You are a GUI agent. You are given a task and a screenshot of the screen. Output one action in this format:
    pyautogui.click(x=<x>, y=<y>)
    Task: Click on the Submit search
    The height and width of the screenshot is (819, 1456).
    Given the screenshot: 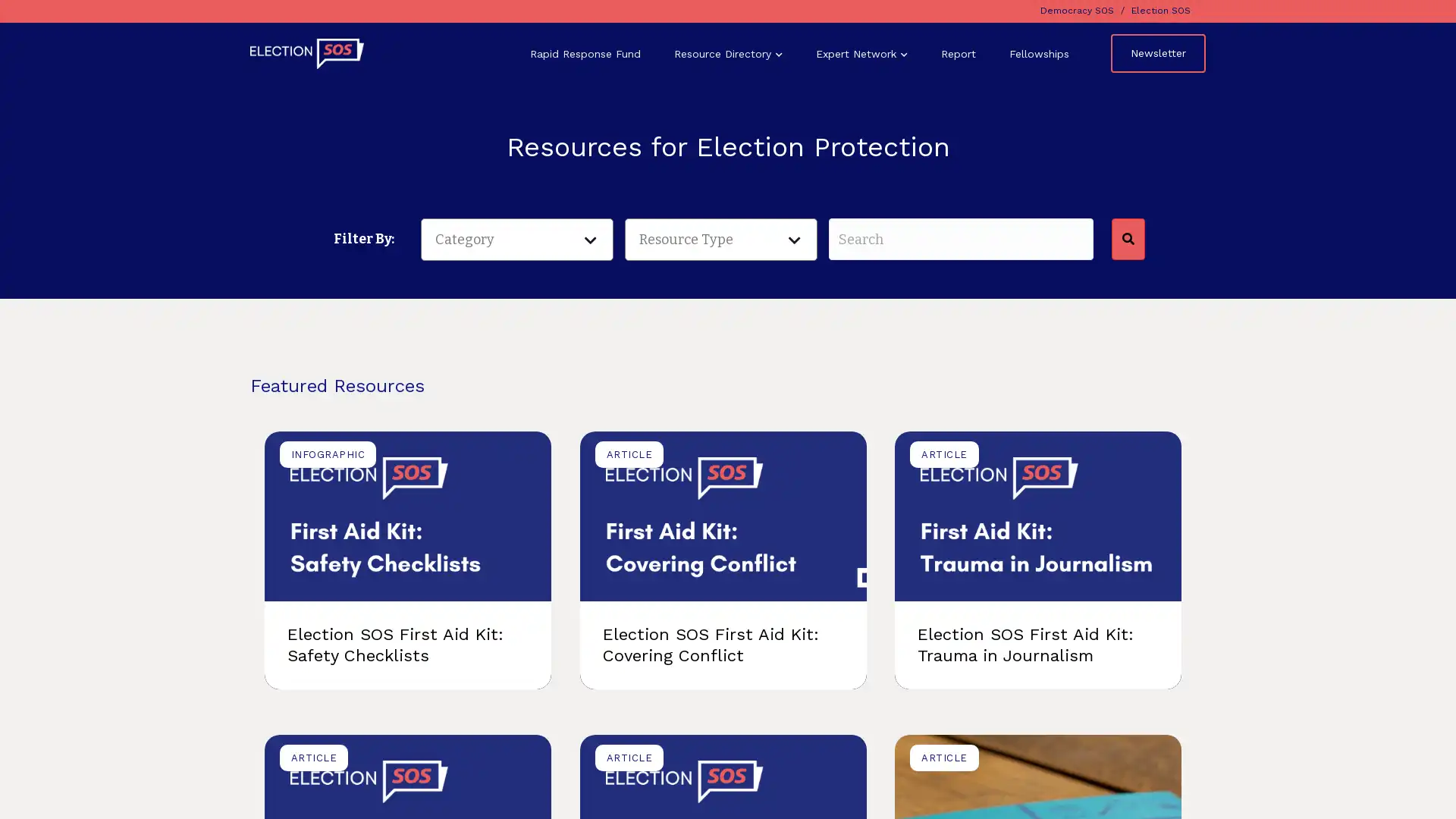 What is the action you would take?
    pyautogui.click(x=1127, y=239)
    